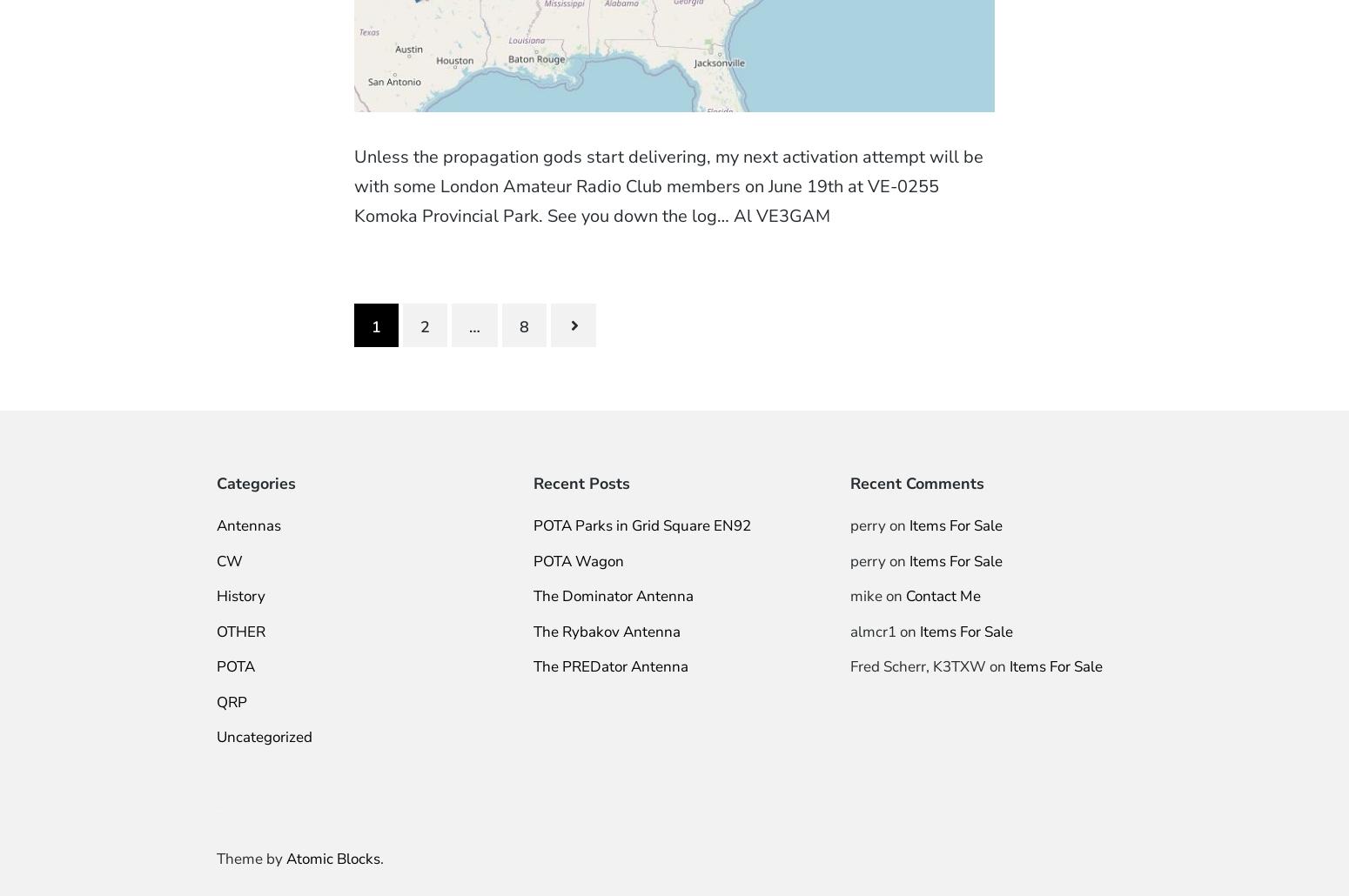 Image resolution: width=1349 pixels, height=896 pixels. Describe the element at coordinates (605, 631) in the screenshot. I see `'The Rybakov Antenna'` at that location.